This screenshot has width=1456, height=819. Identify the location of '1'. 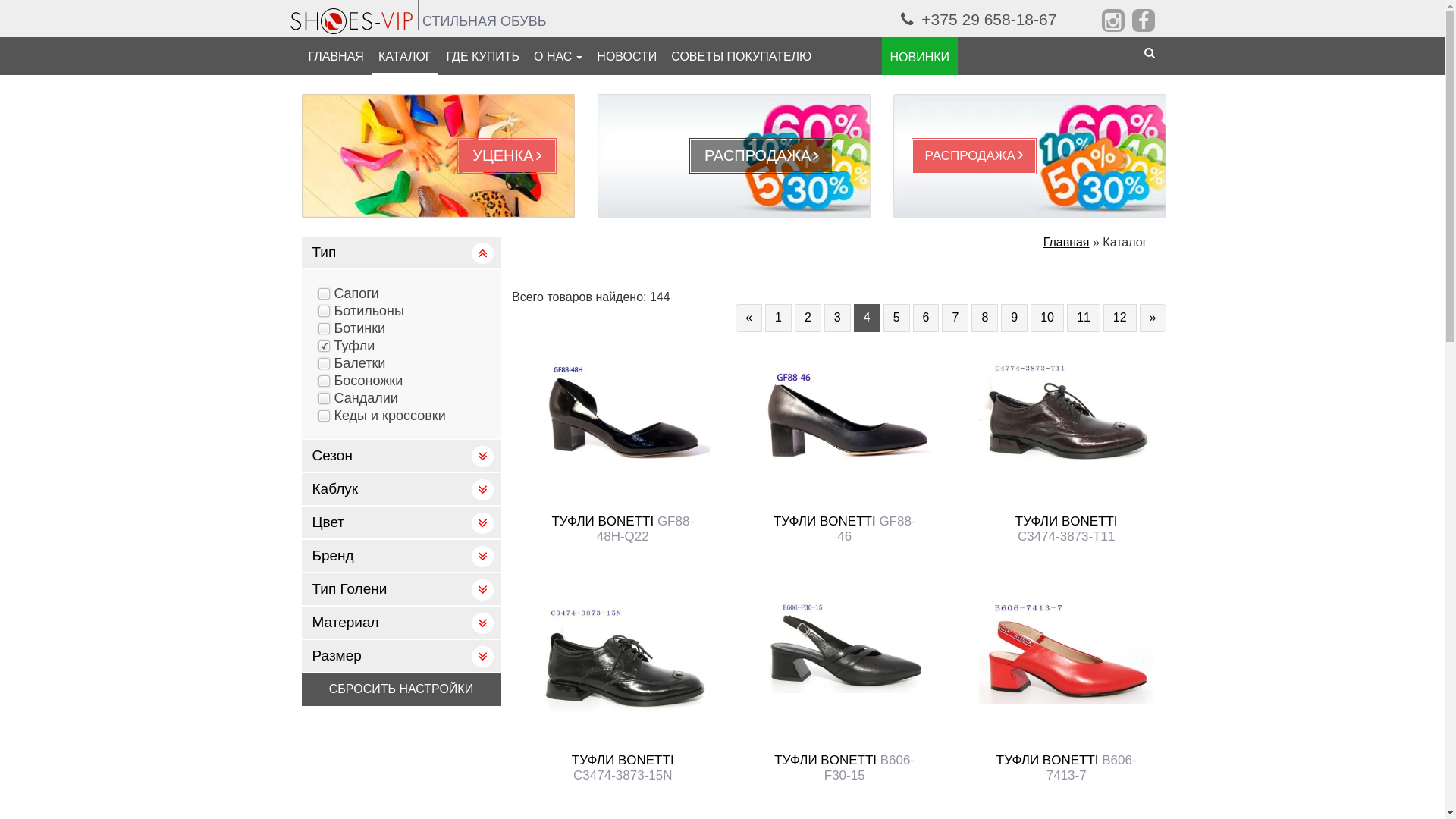
(778, 317).